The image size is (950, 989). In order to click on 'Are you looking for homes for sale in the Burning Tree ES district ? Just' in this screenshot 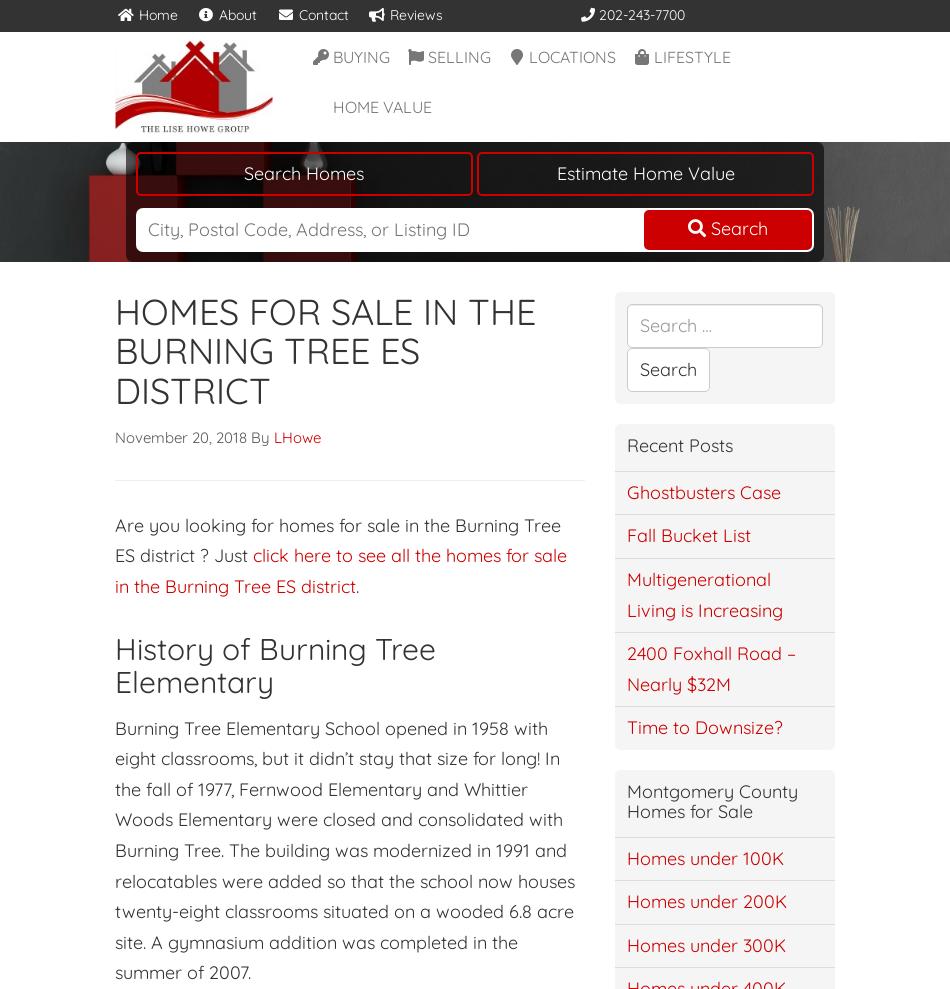, I will do `click(337, 539)`.